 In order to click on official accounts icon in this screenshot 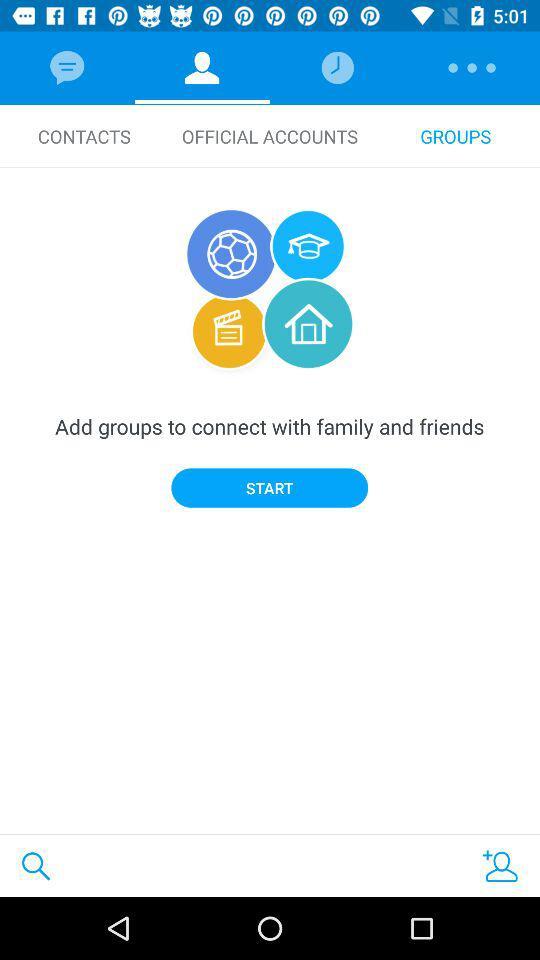, I will do `click(270, 135)`.